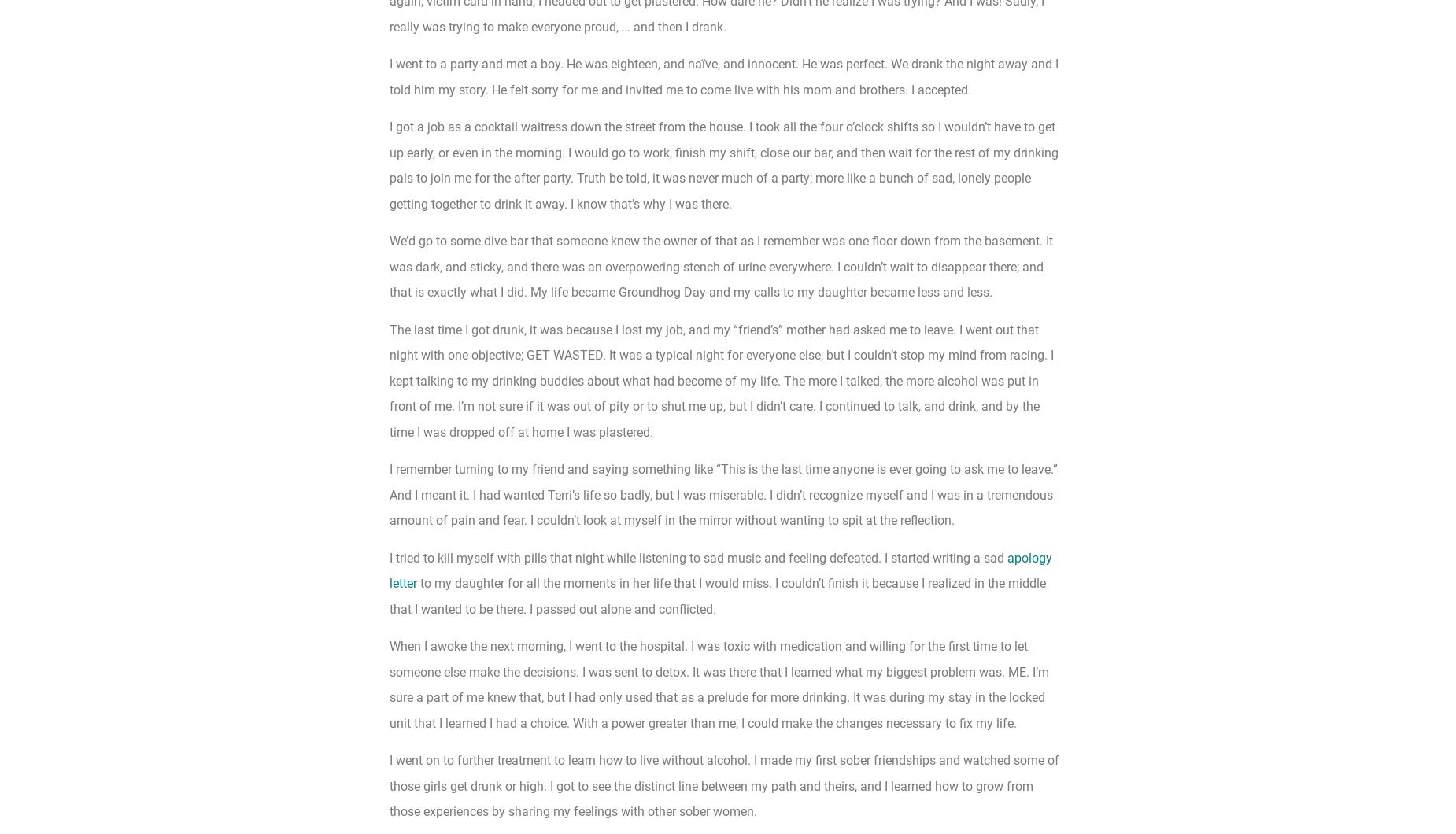 The width and height of the screenshot is (1456, 834). What do you see at coordinates (719, 685) in the screenshot?
I see `'When I awoke the next morning, I went to the hospital. I was toxic with medication and willing for the first time to let someone else make the decisions. I was sent to detox. It was there that I learned what my biggest problem was. ME. I’m sure a part of me knew that, but I had only used that as a prelude for more drinking. It was during my stay in the locked unit that I learned I had a choice. With a power greater than me, I could make the changes necessary to fix my life.'` at bounding box center [719, 685].